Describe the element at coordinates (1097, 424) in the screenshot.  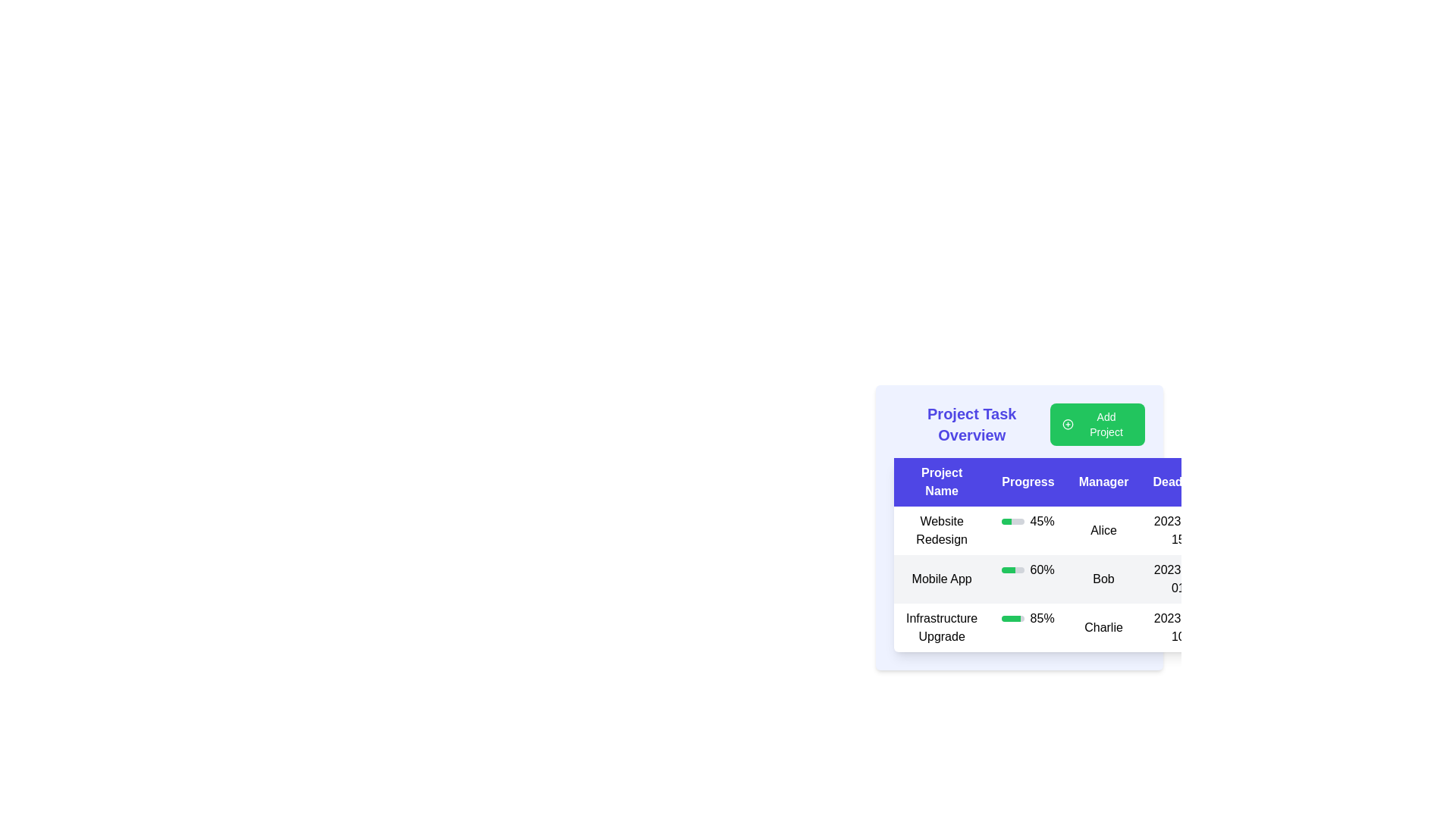
I see `the green 'Add Project' button with rounded corners to observe the hover effect` at that location.